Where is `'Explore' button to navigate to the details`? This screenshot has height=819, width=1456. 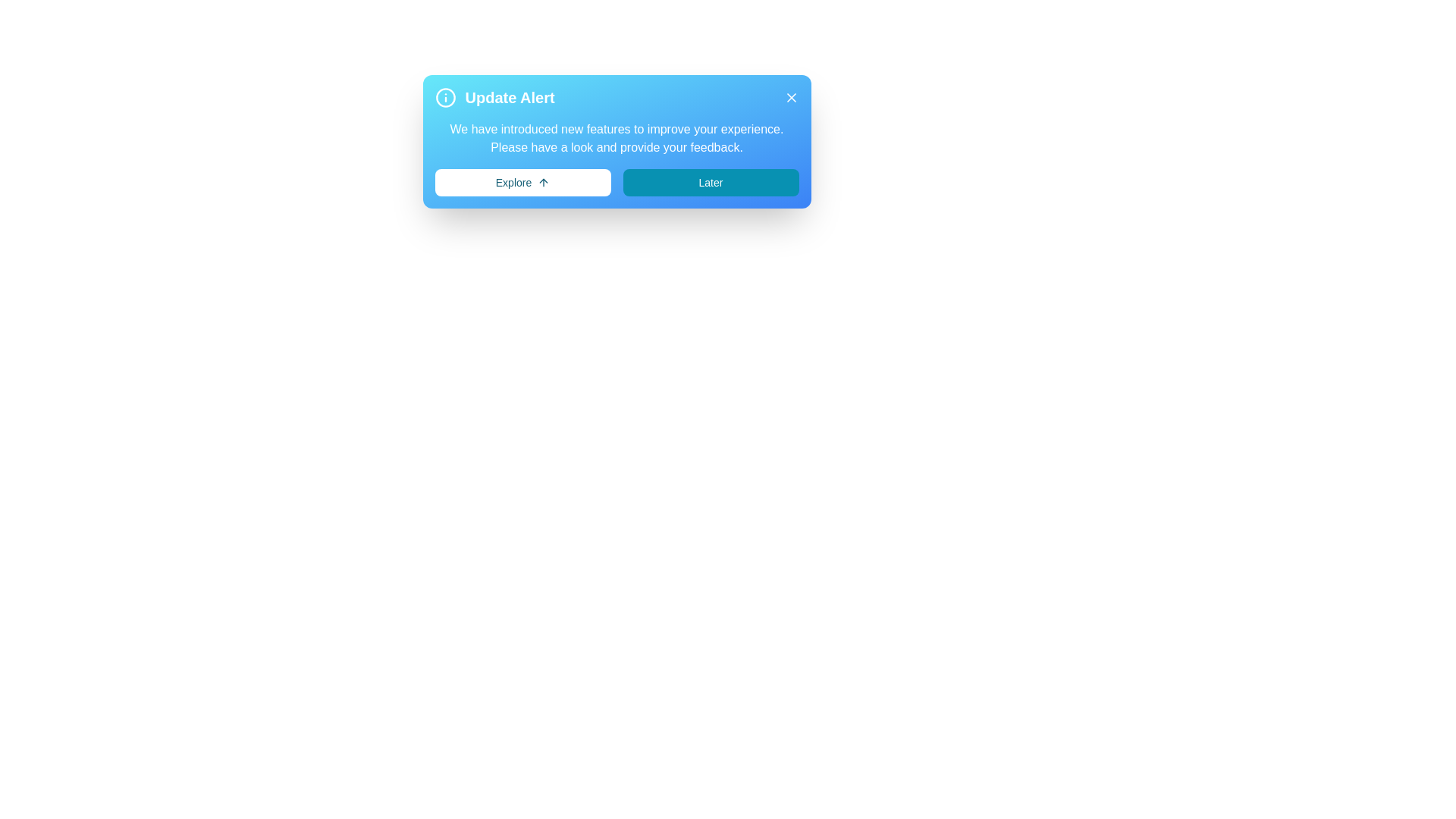 'Explore' button to navigate to the details is located at coordinates (522, 181).